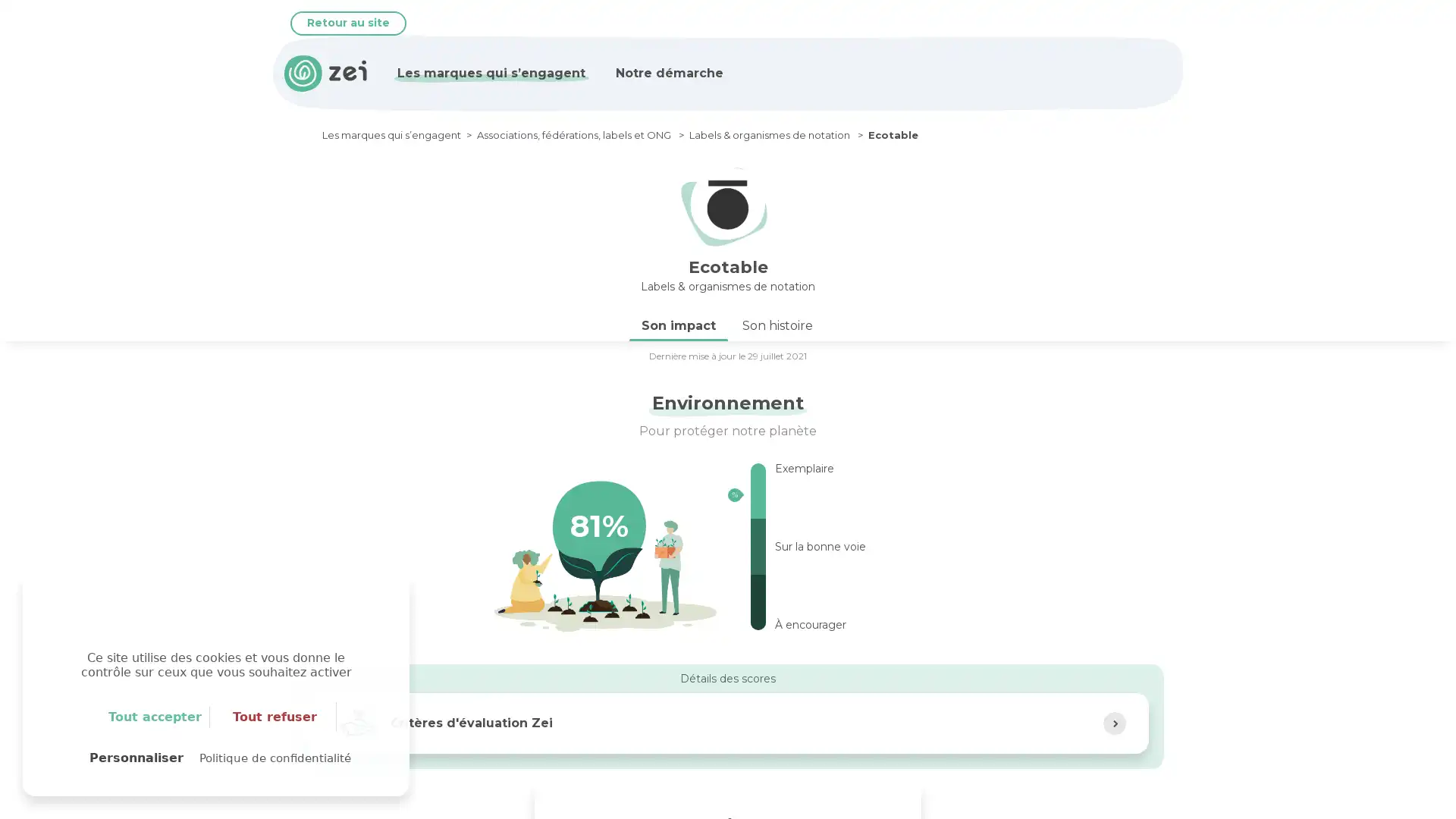 Image resolution: width=1456 pixels, height=819 pixels. Describe the element at coordinates (155, 717) in the screenshot. I see `Tout accepter` at that location.